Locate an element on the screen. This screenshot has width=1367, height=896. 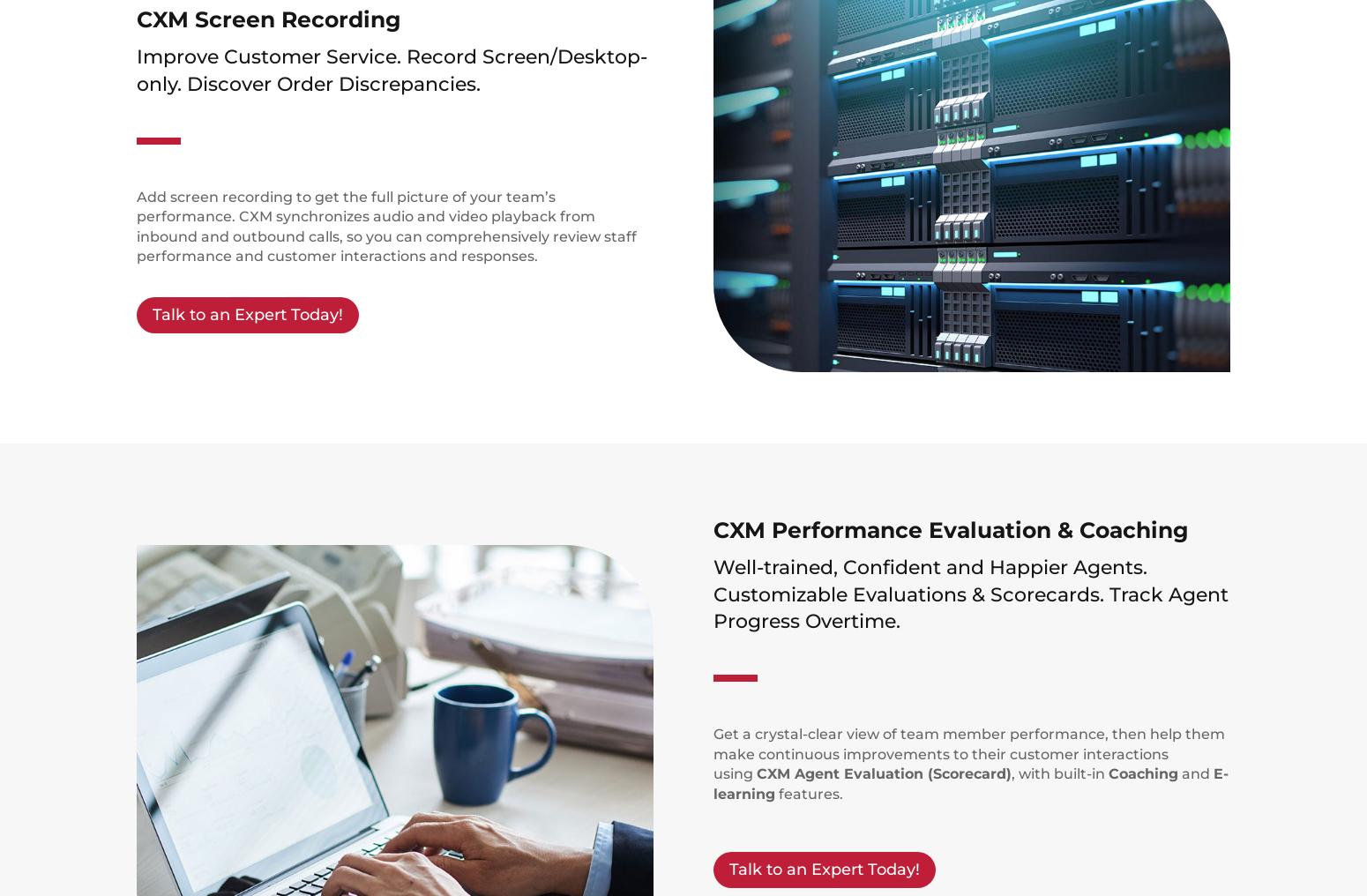
'Get a crystal-clear view of team member performance, then help them make continuous improvements to their customer interactions using' is located at coordinates (712, 753).